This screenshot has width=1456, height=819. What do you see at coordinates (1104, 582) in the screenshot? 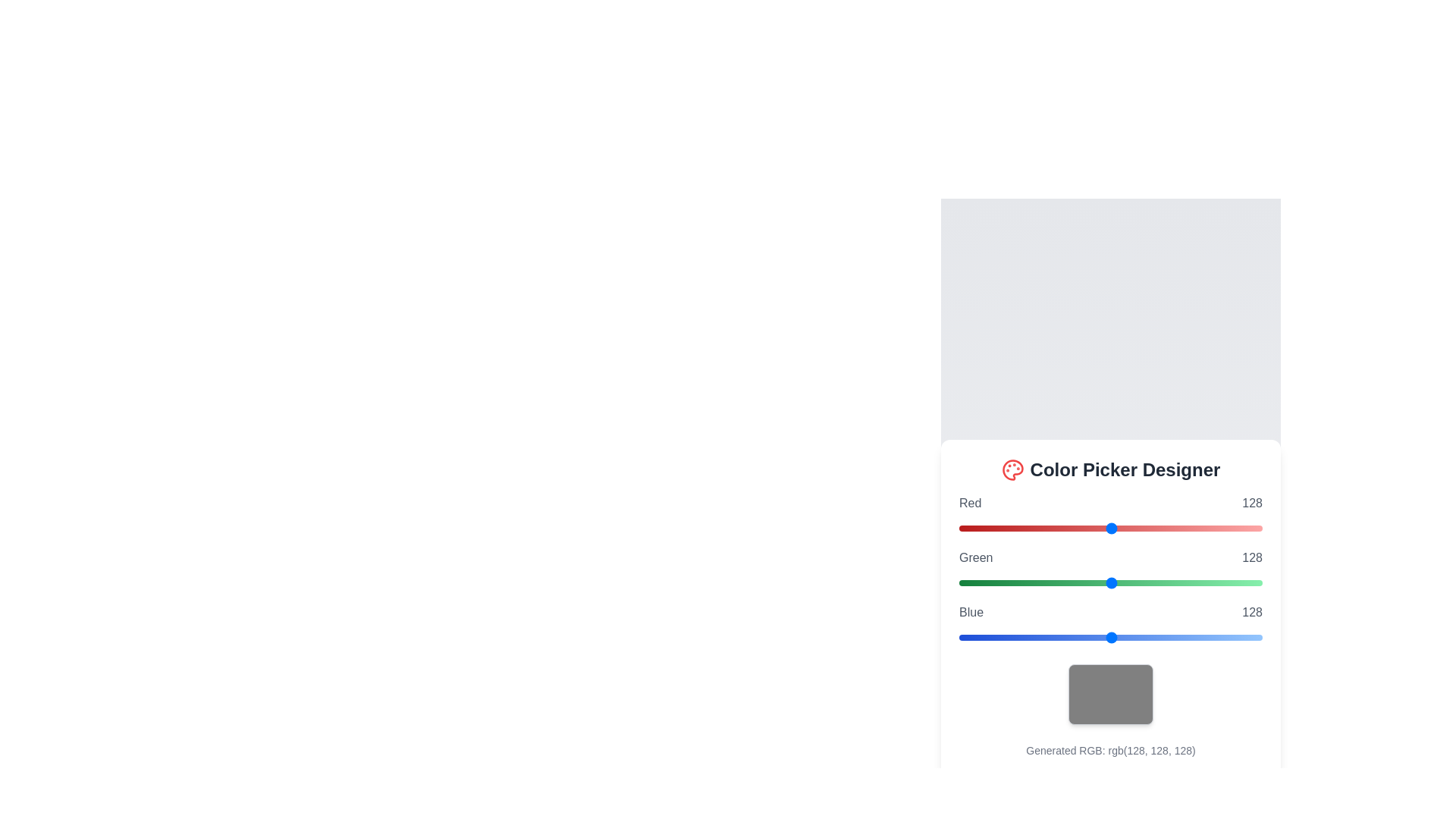
I see `the green slider to set its value to 122` at bounding box center [1104, 582].